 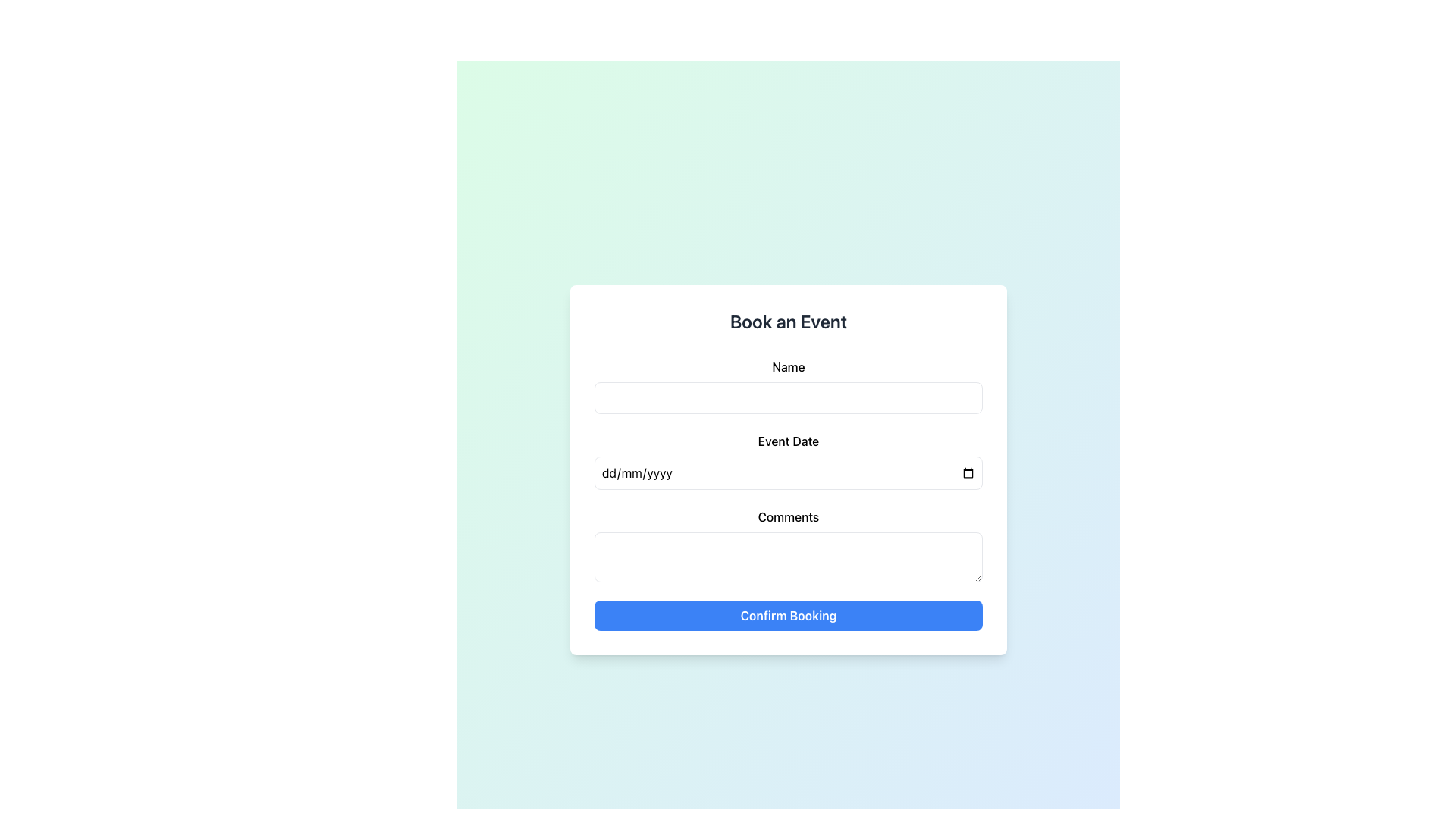 I want to click on text from the 'Event Date' label, which is a bold text component positioned in a form interface box, located below the 'Name' field and above the date input field, so click(x=789, y=441).